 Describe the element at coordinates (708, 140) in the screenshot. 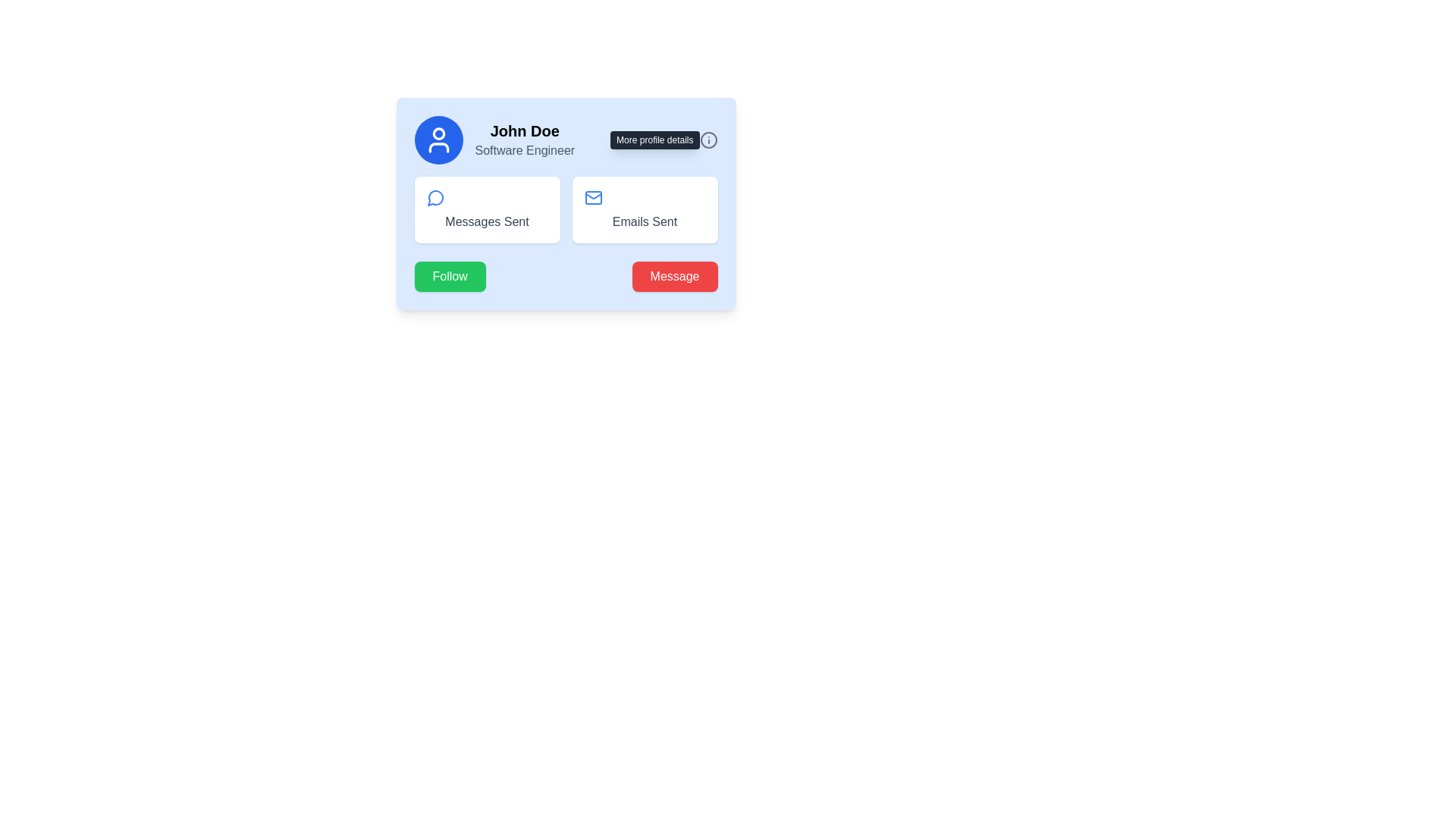

I see `the main circular part of the icon in the header section of the profile card` at that location.